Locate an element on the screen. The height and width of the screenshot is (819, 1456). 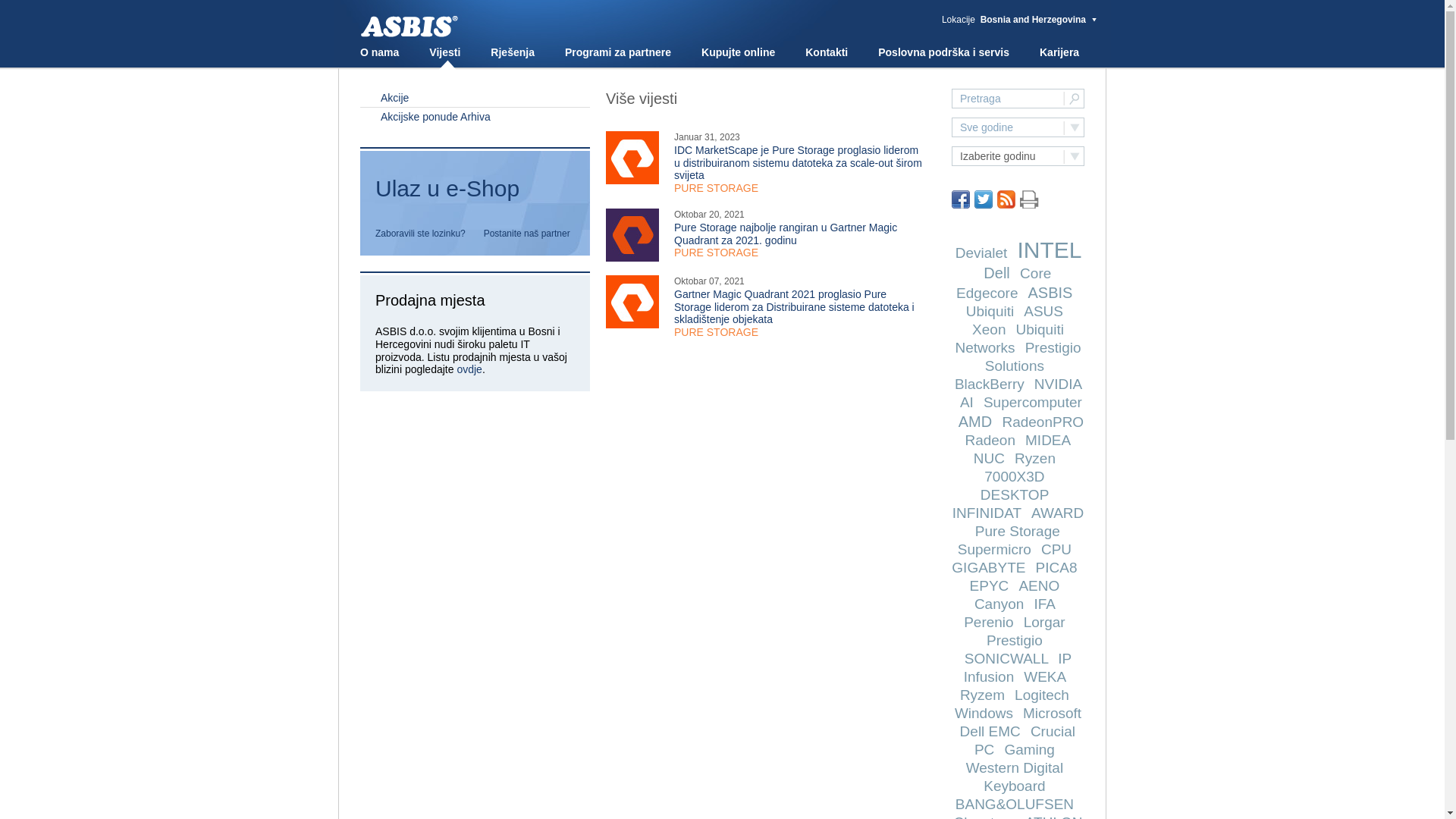
'DESKTOP' is located at coordinates (980, 494).